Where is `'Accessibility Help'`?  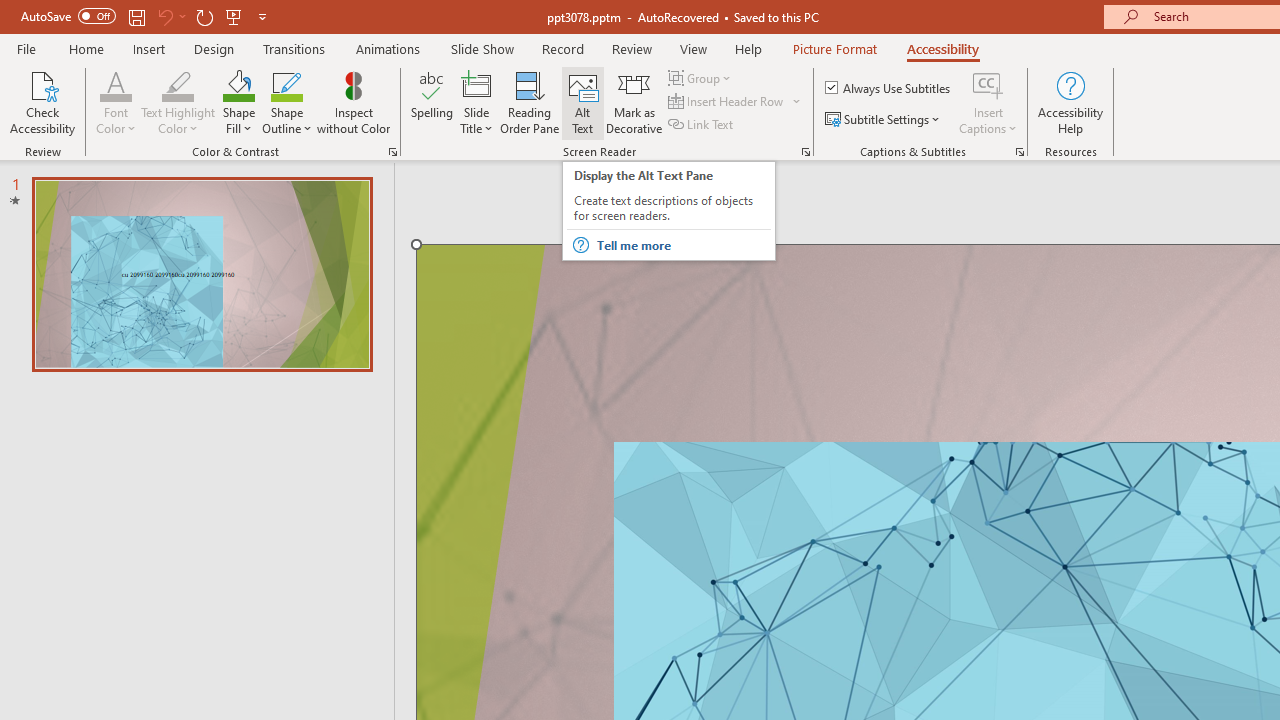
'Accessibility Help' is located at coordinates (1069, 103).